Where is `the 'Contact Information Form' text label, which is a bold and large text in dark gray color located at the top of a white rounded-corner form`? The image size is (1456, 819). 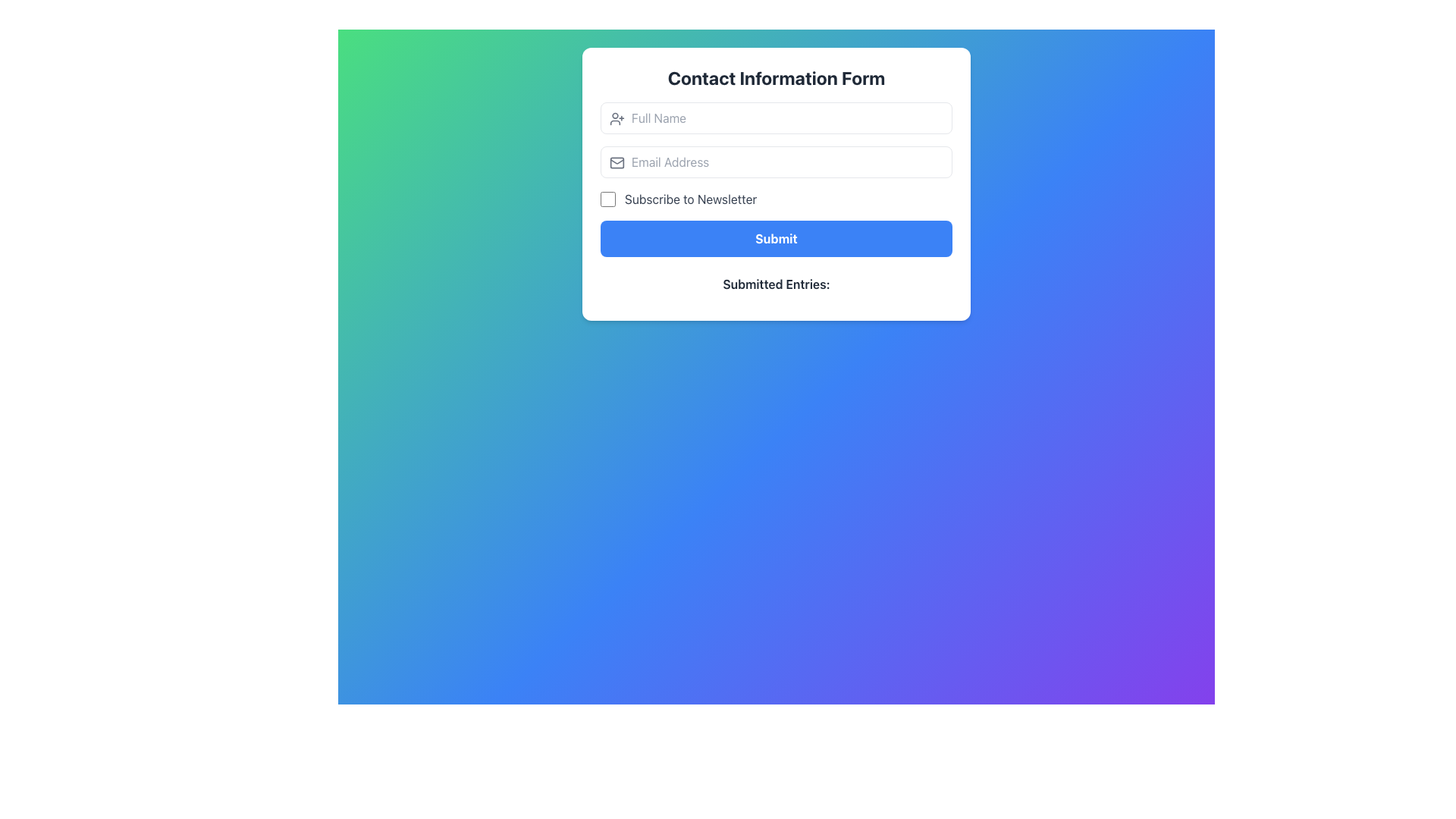 the 'Contact Information Form' text label, which is a bold and large text in dark gray color located at the top of a white rounded-corner form is located at coordinates (776, 78).